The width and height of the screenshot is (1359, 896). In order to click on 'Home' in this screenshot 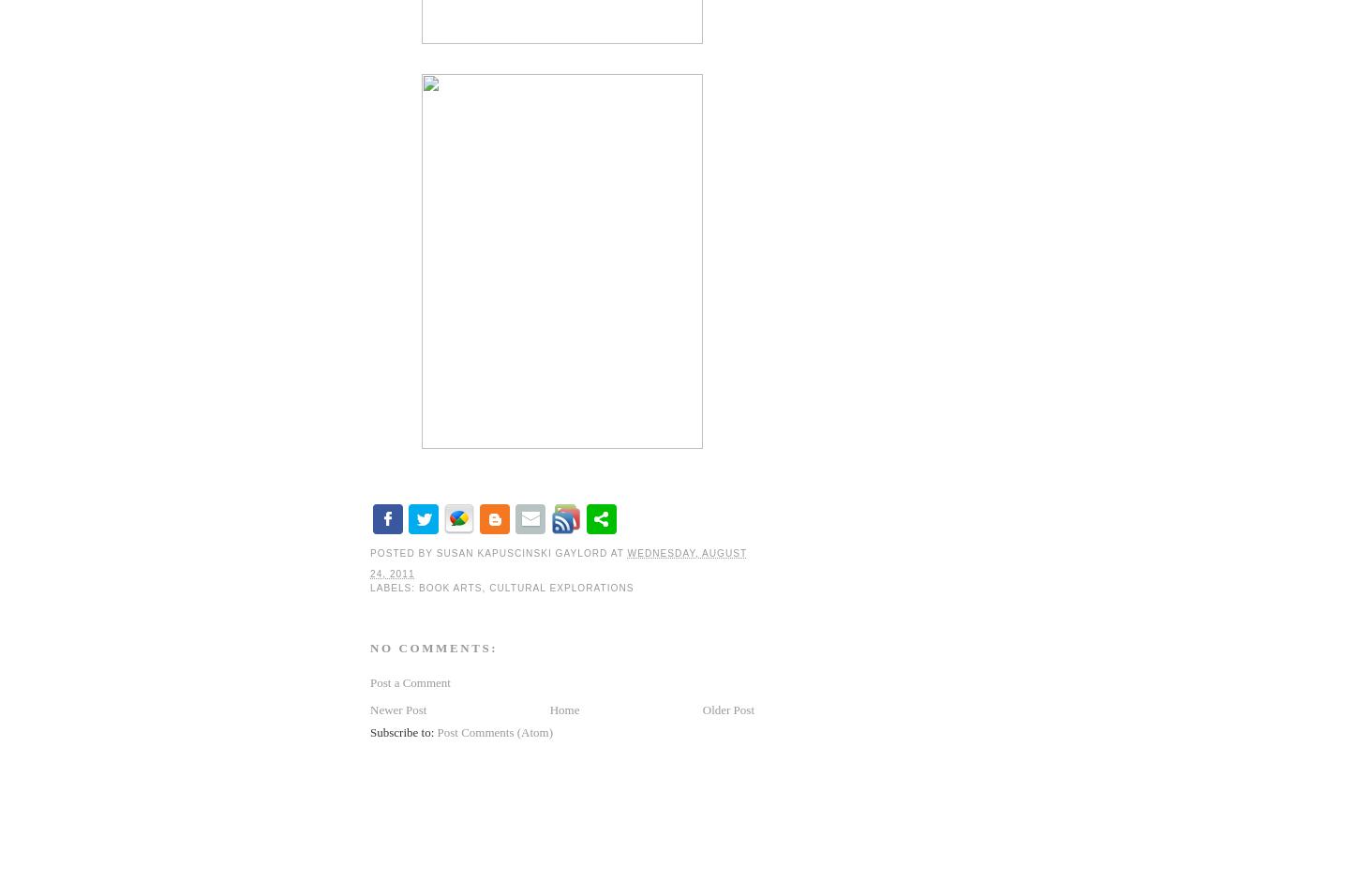, I will do `click(564, 708)`.